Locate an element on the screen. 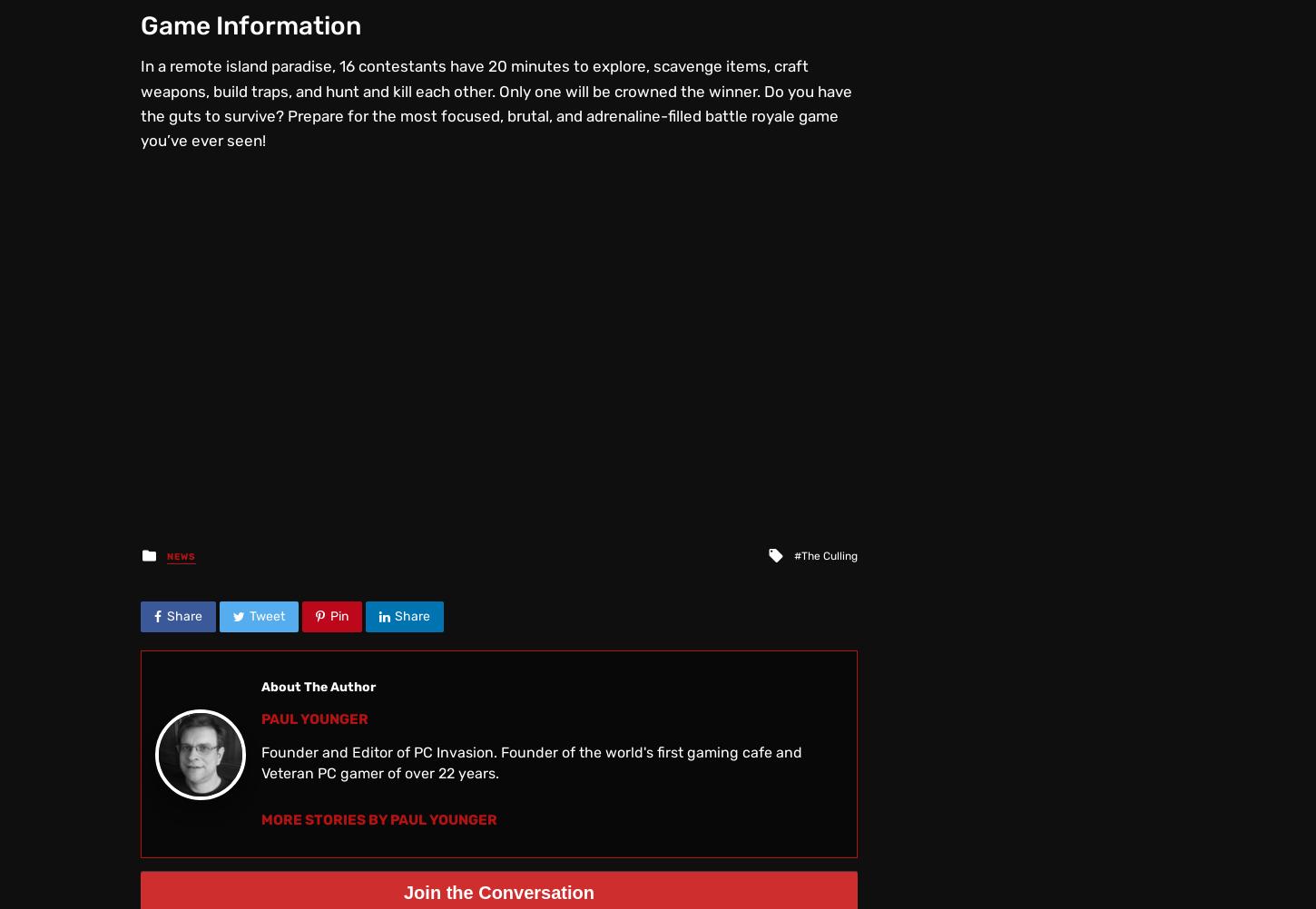  'News' is located at coordinates (166, 555).